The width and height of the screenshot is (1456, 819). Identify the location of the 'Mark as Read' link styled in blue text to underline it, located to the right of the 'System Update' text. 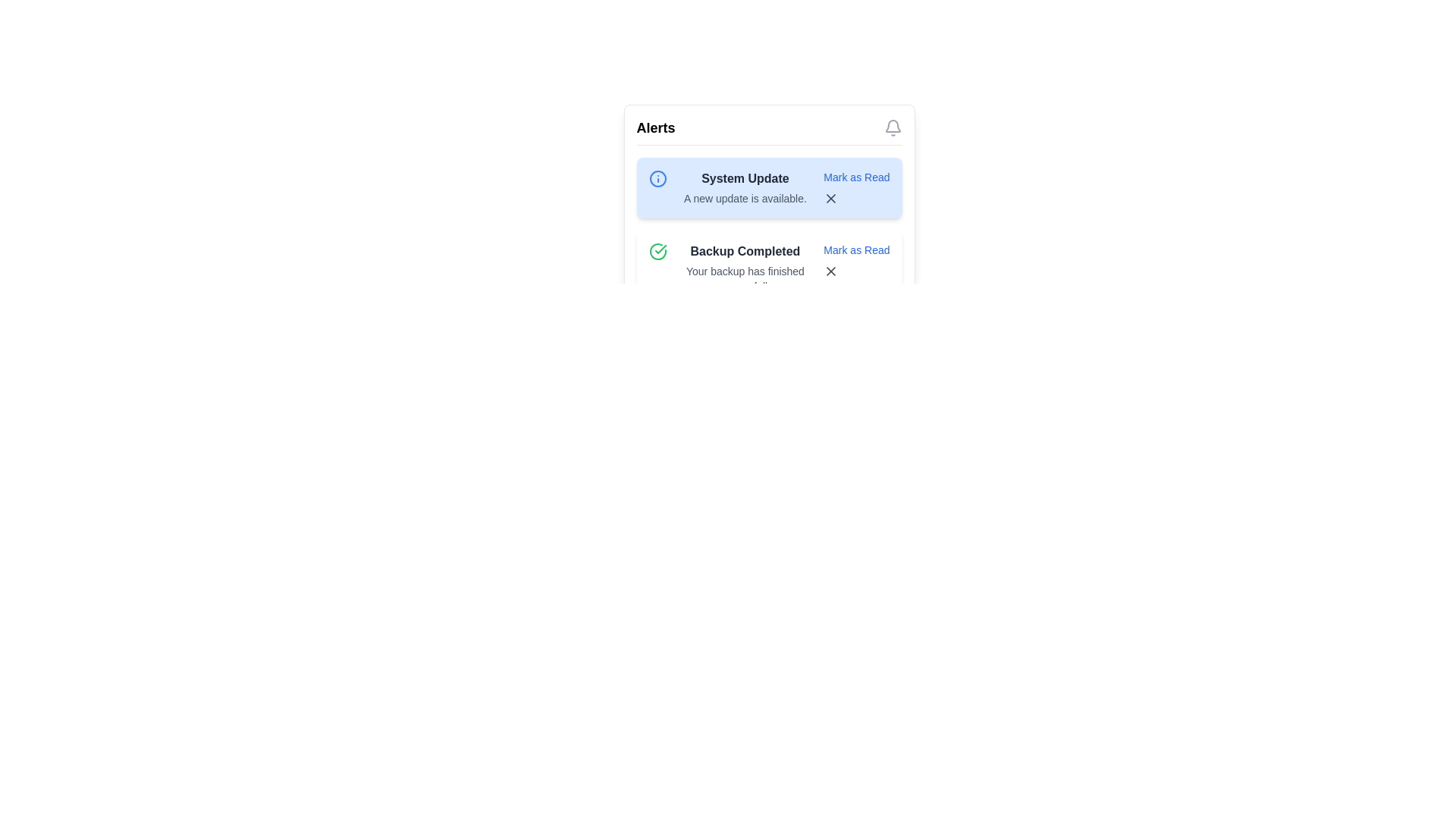
(856, 177).